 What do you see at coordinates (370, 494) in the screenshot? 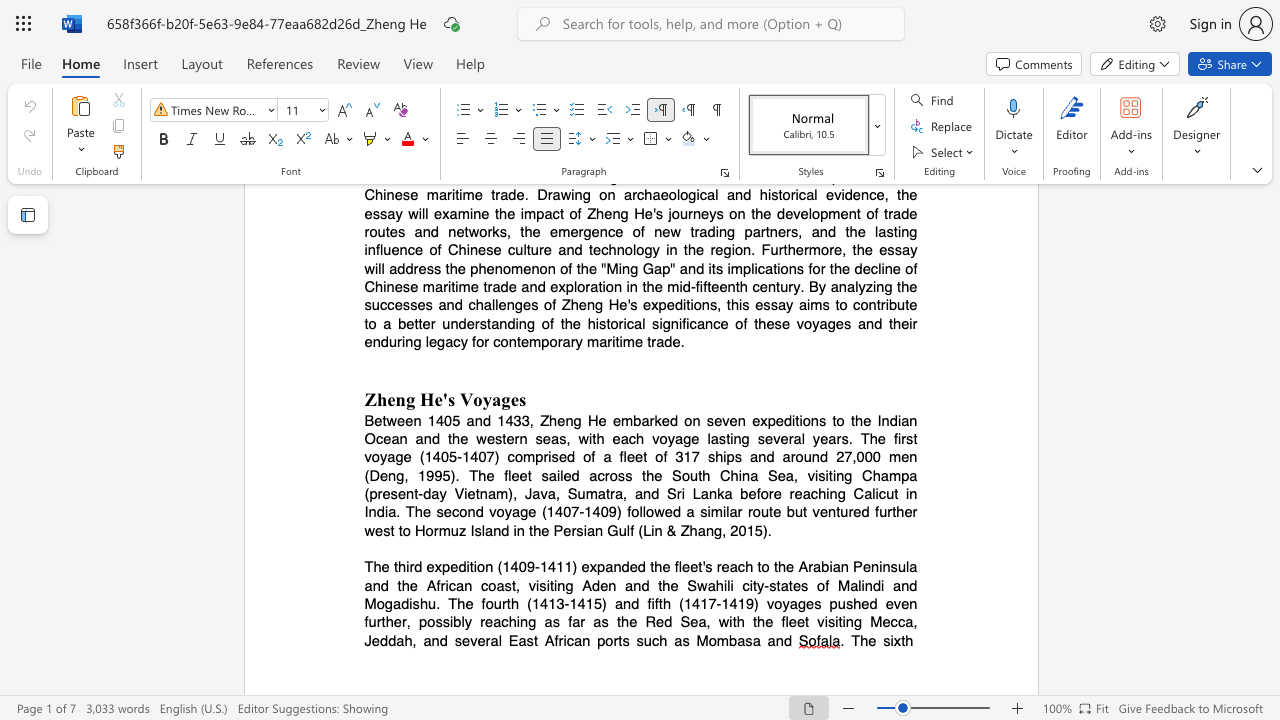
I see `the space between the continuous character "(" and "p" in the text` at bounding box center [370, 494].